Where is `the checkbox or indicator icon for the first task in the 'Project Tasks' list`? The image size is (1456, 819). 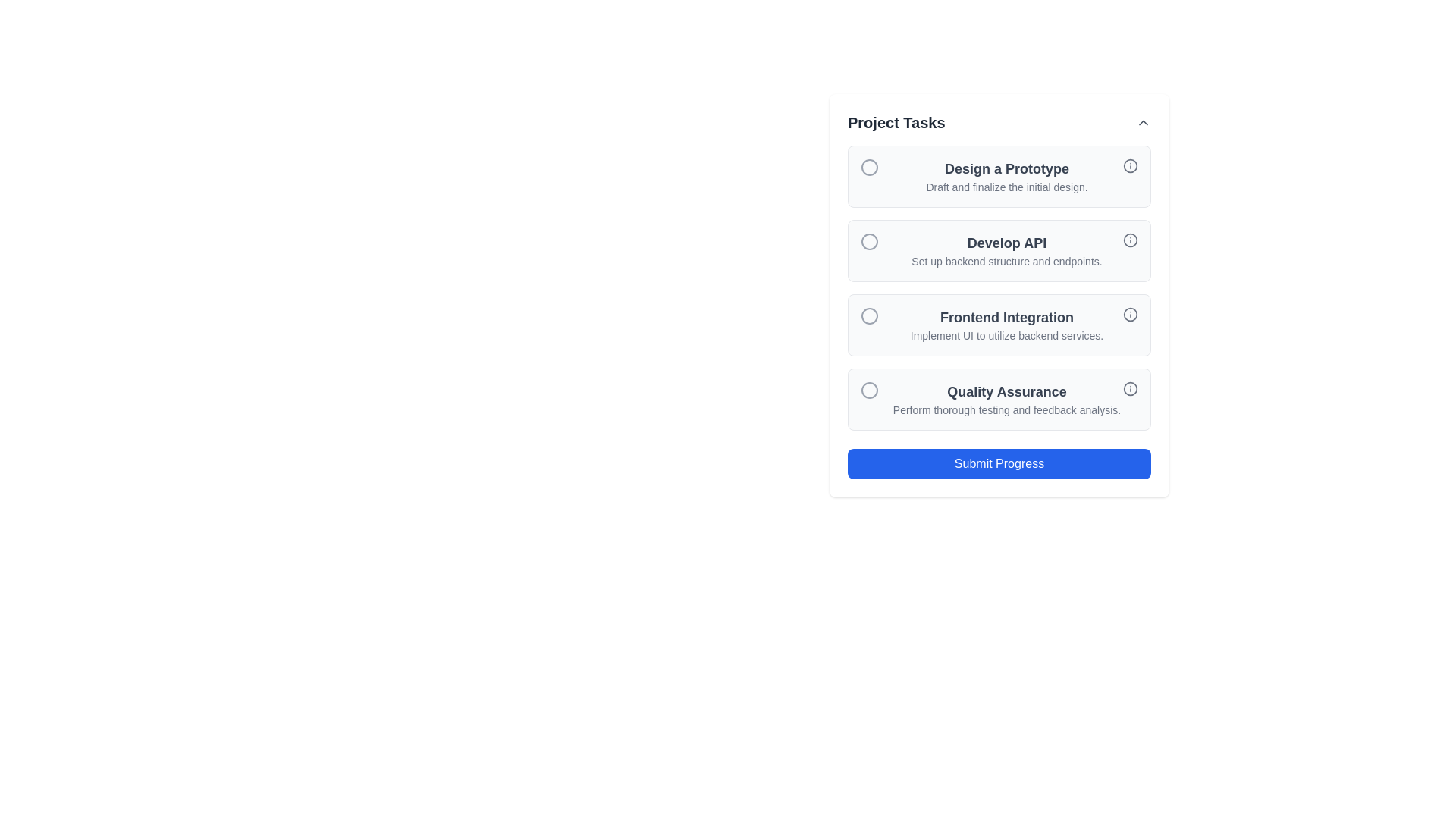
the checkbox or indicator icon for the first task in the 'Project Tasks' list is located at coordinates (870, 167).